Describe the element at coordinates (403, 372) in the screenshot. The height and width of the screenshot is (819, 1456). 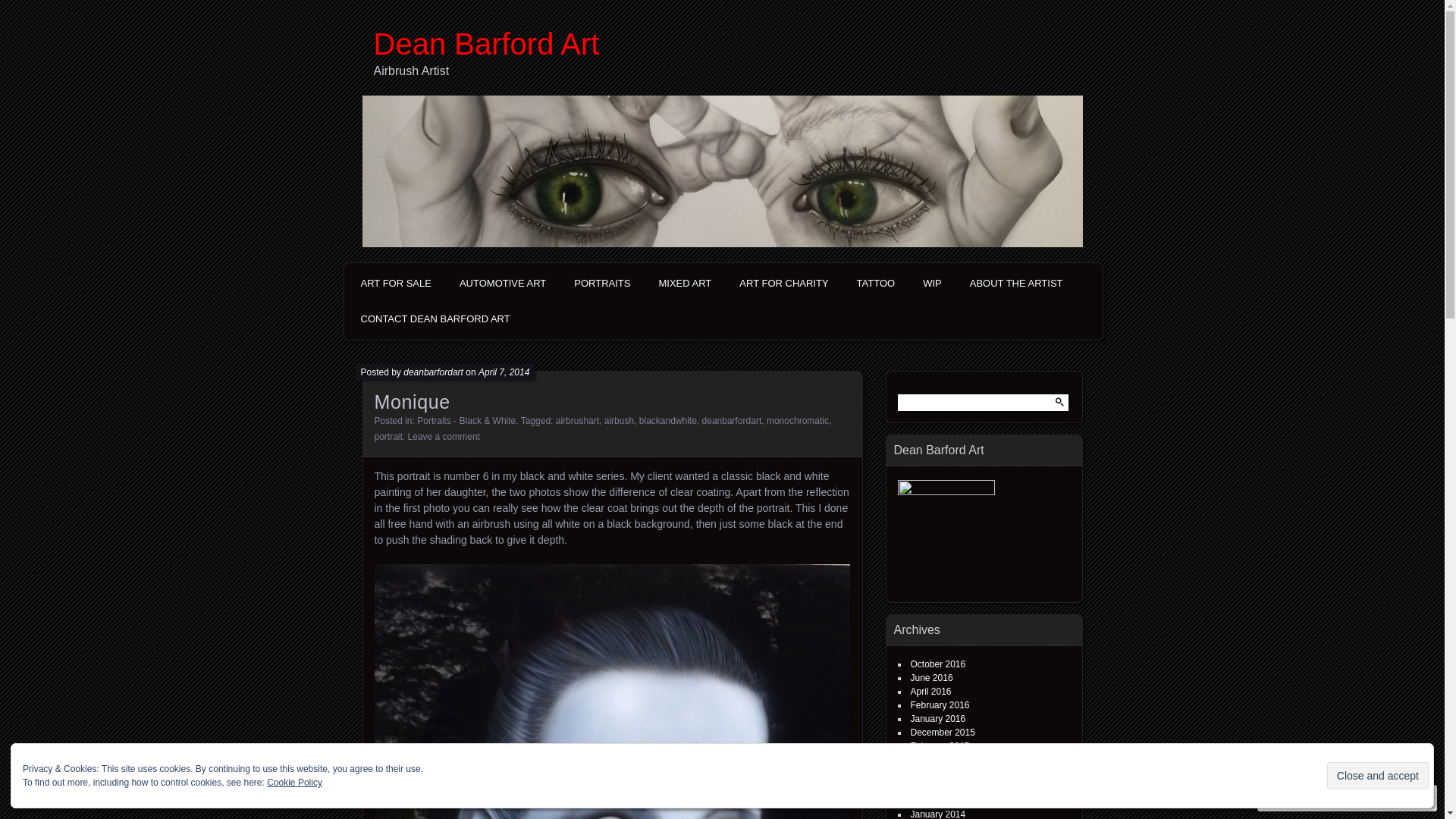
I see `'deanbarfordart'` at that location.